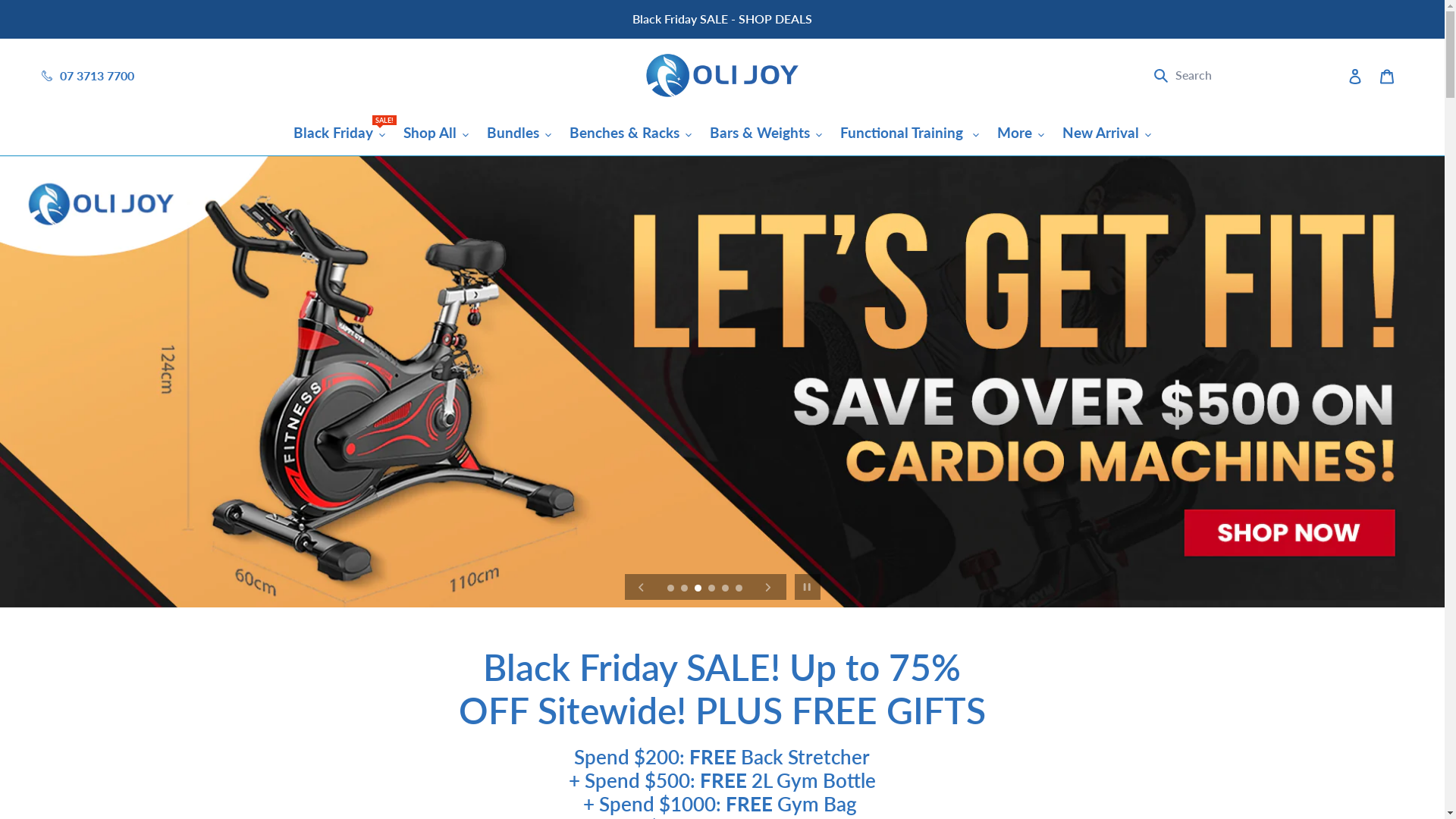 Image resolution: width=1456 pixels, height=819 pixels. I want to click on 'Cart', so click(1386, 75).